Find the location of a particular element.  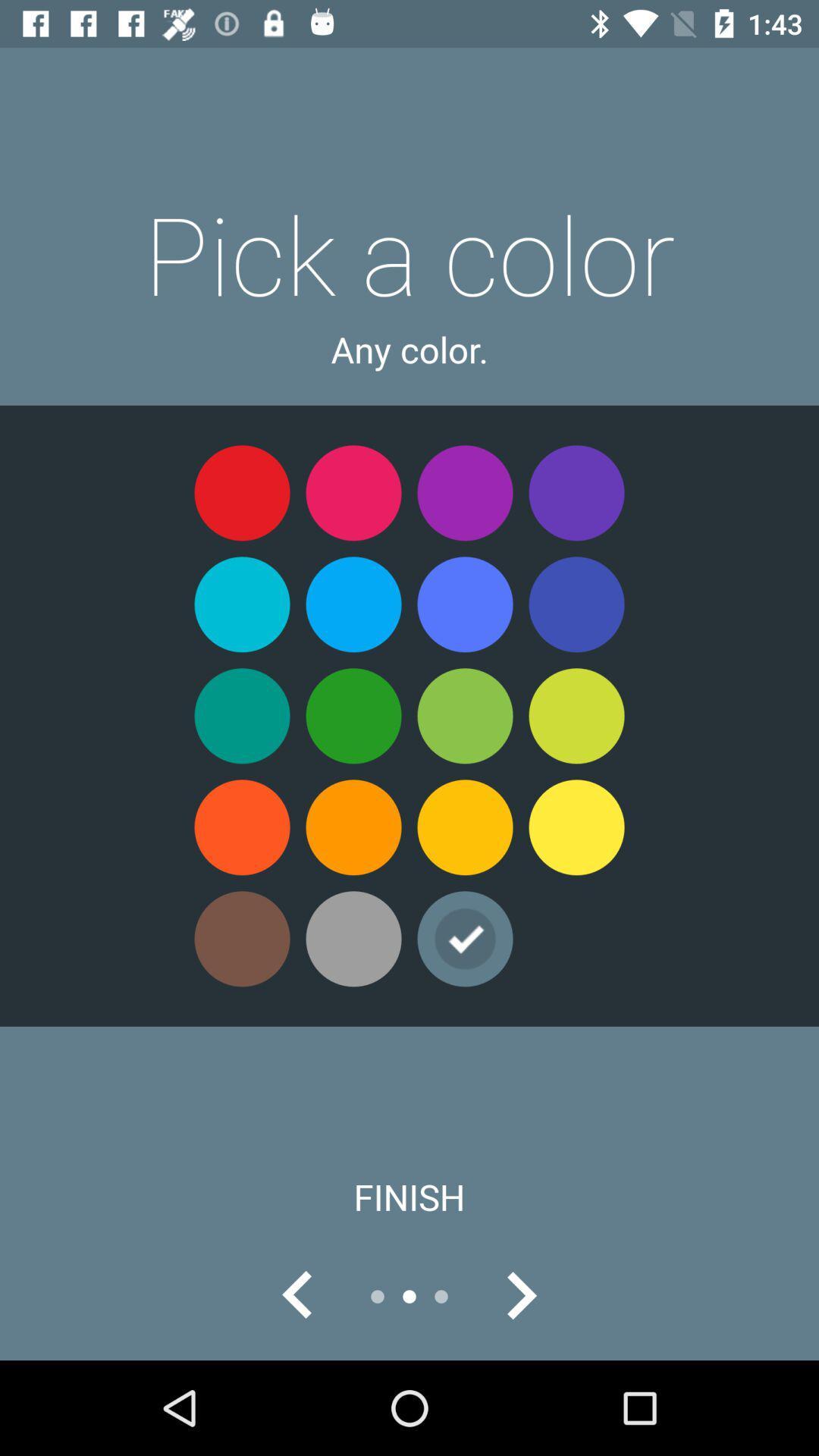

the arrow_backward icon is located at coordinates (298, 1295).